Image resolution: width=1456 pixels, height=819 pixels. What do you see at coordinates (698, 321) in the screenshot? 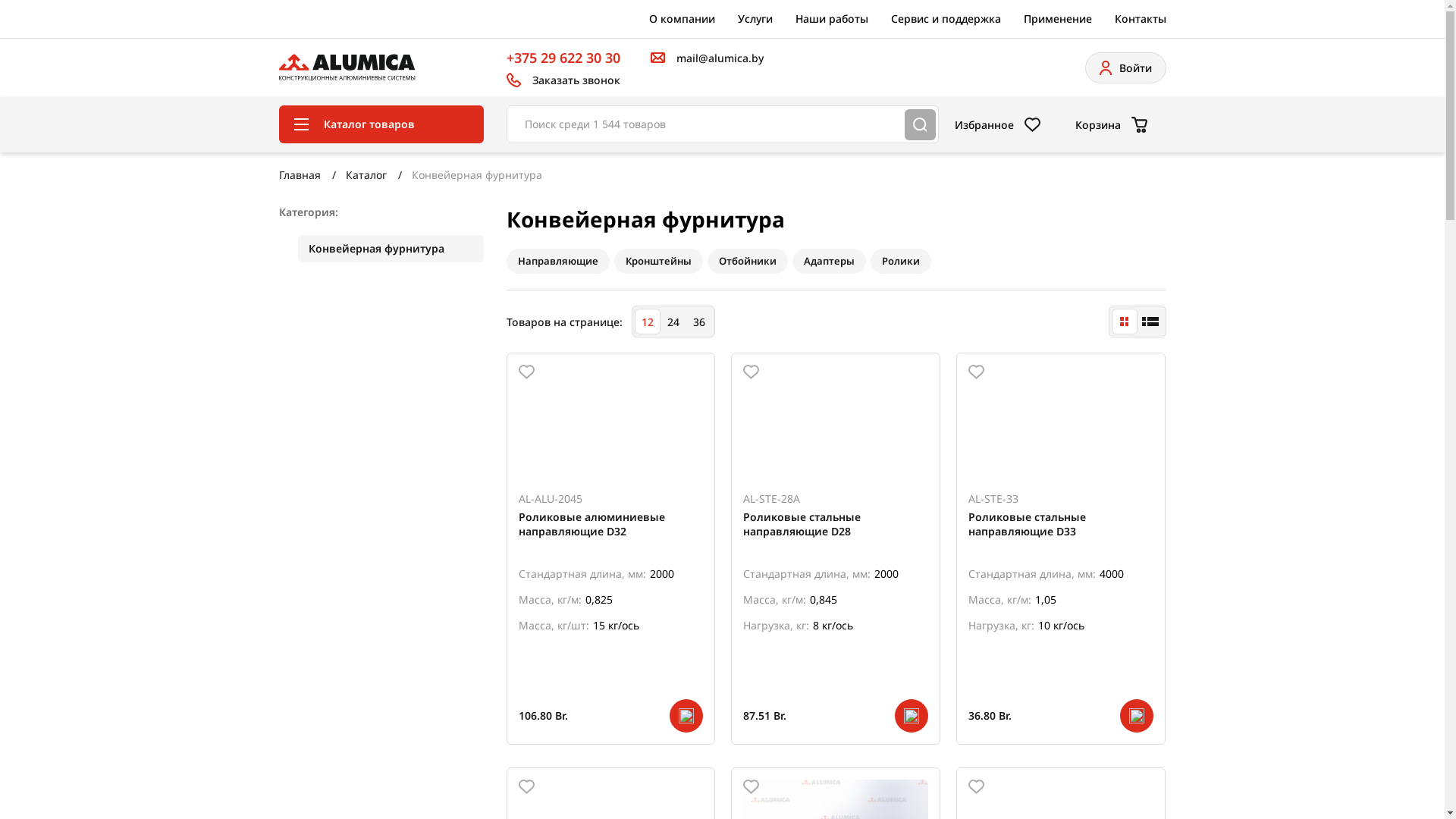
I see `'36'` at bounding box center [698, 321].